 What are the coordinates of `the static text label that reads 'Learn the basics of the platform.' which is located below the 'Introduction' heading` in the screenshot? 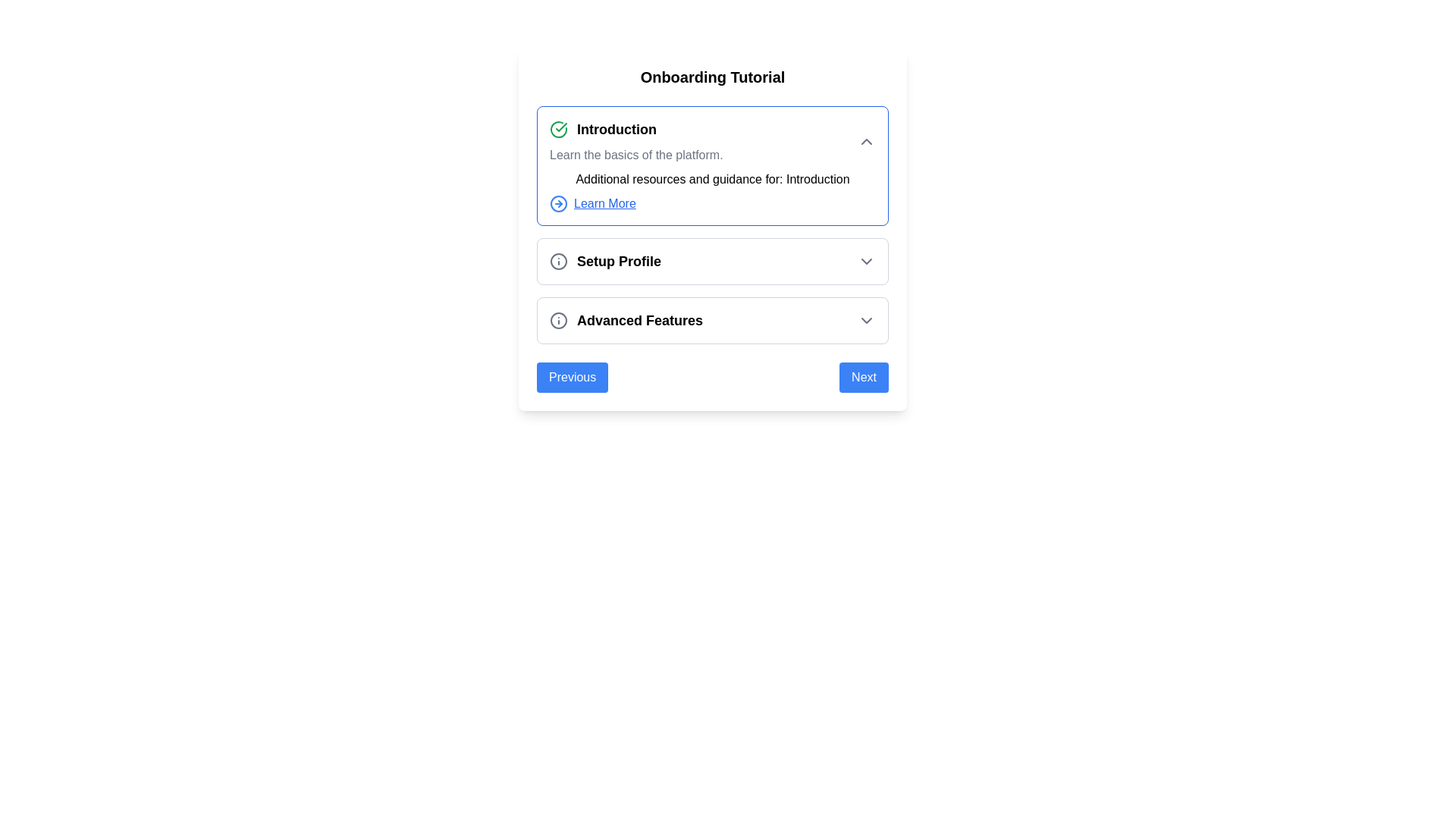 It's located at (636, 155).